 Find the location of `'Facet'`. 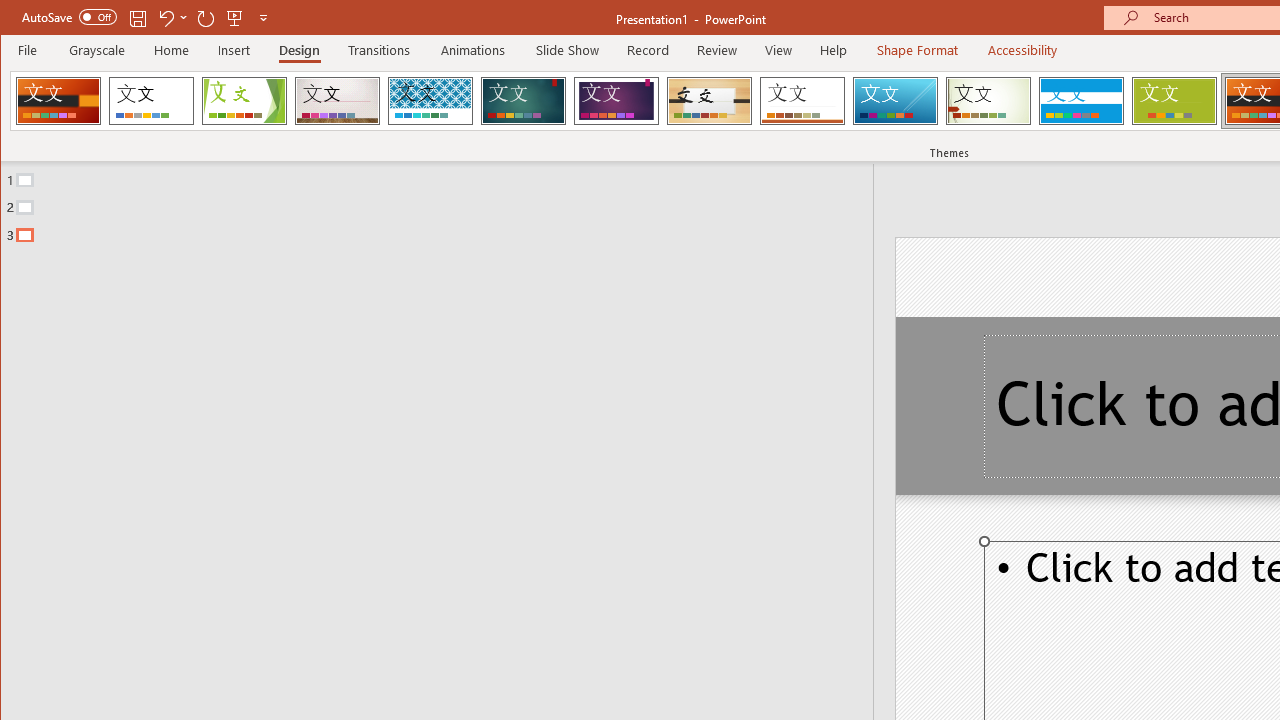

'Facet' is located at coordinates (243, 100).